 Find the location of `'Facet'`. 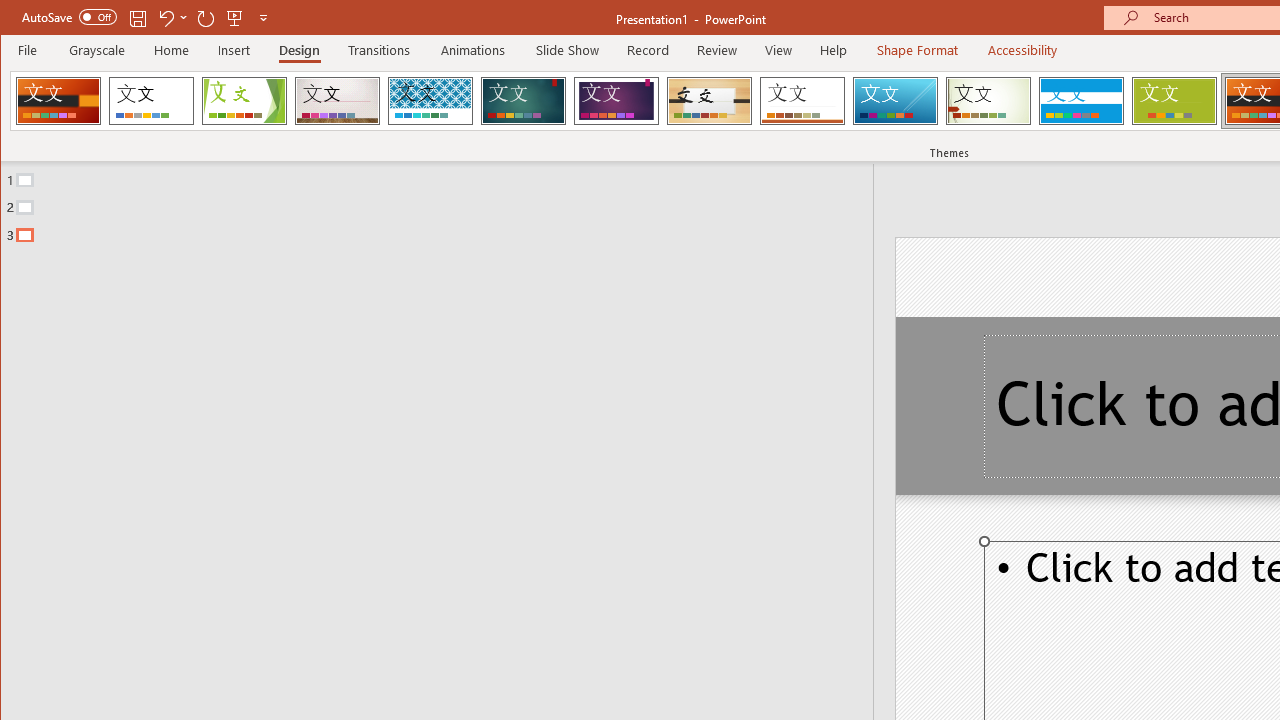

'Facet' is located at coordinates (243, 100).